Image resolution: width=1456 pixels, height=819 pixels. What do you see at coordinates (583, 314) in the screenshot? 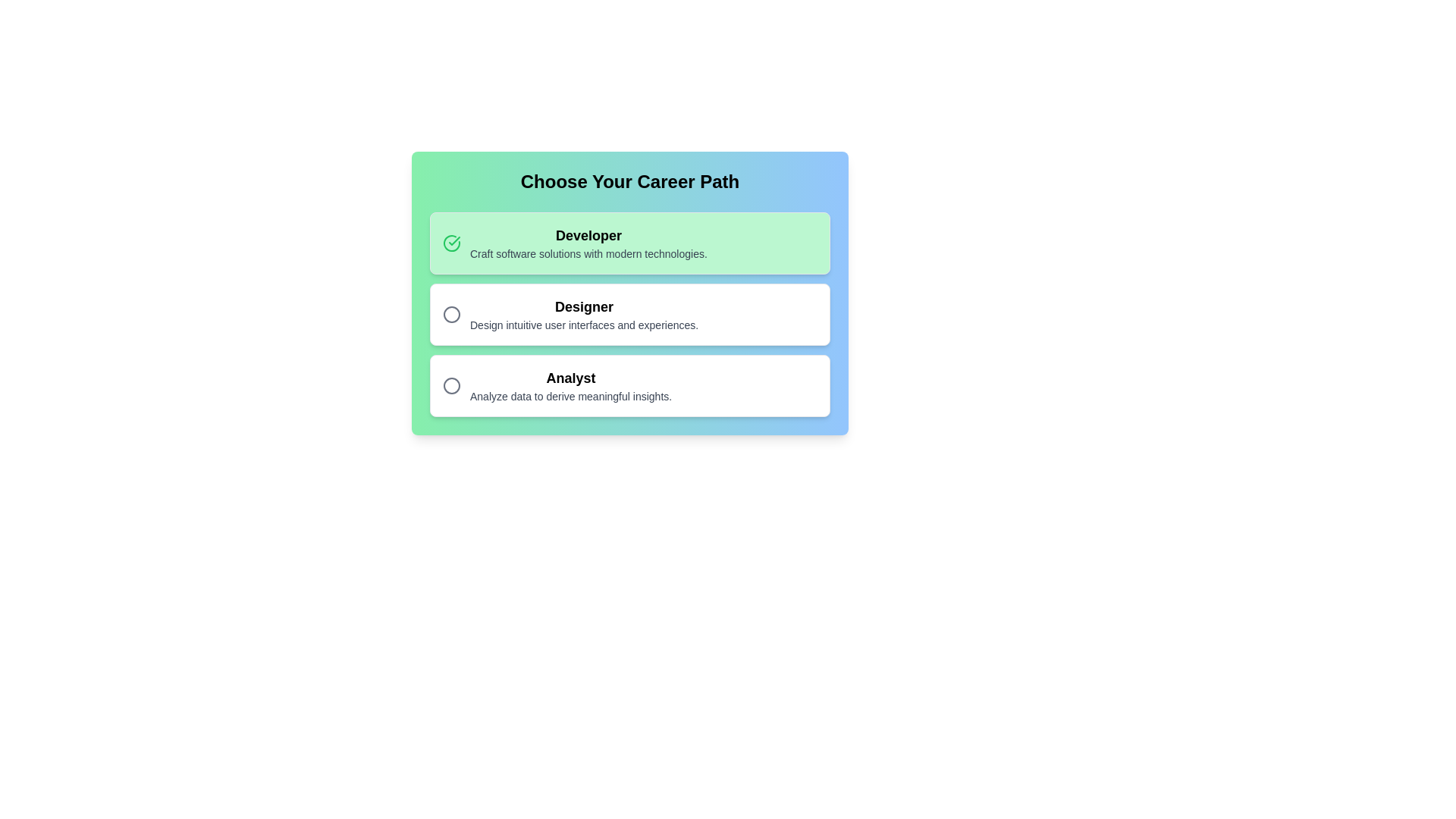
I see `the selectable option for the designer role in the second row of the list, located between the 'Developer' and 'Analyst' options` at bounding box center [583, 314].